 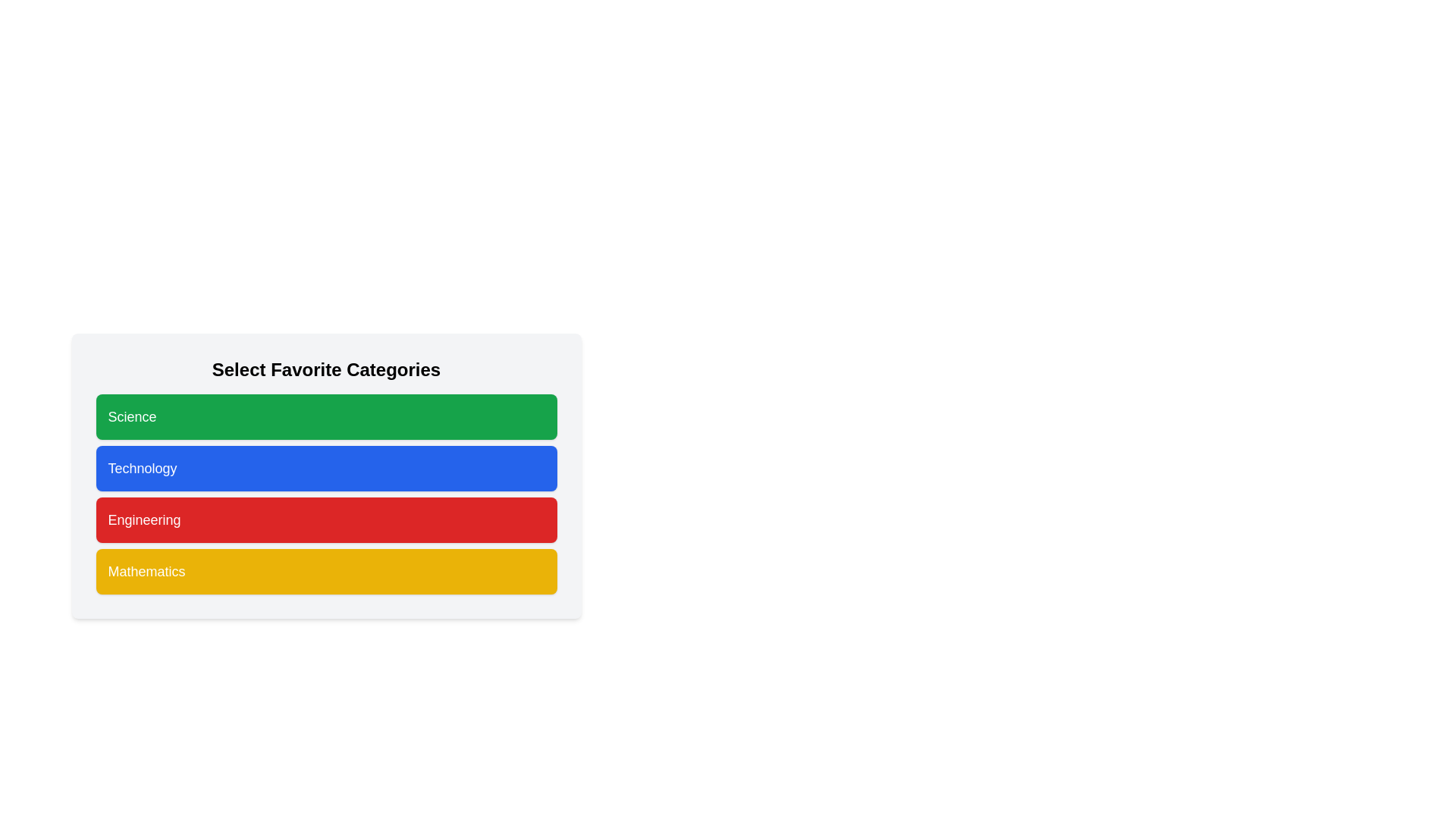 I want to click on the first button in the vertical list, so click(x=325, y=417).